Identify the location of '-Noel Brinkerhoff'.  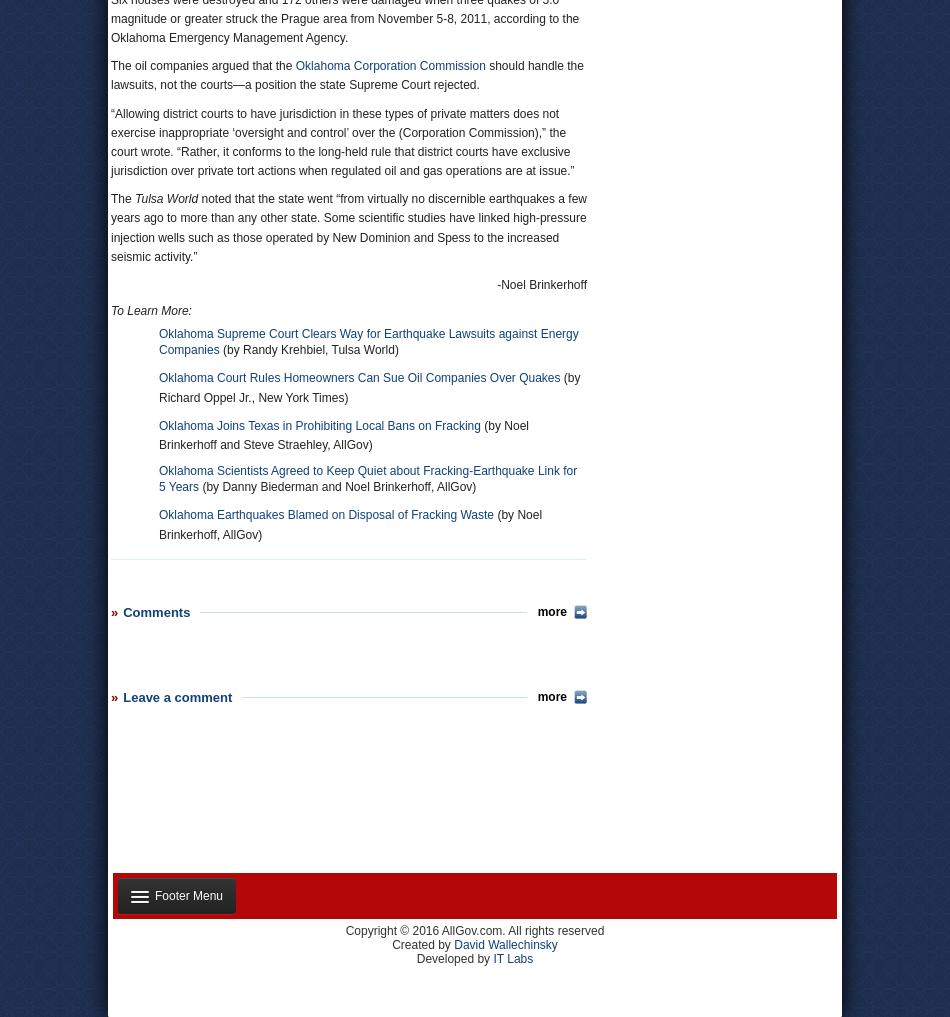
(541, 284).